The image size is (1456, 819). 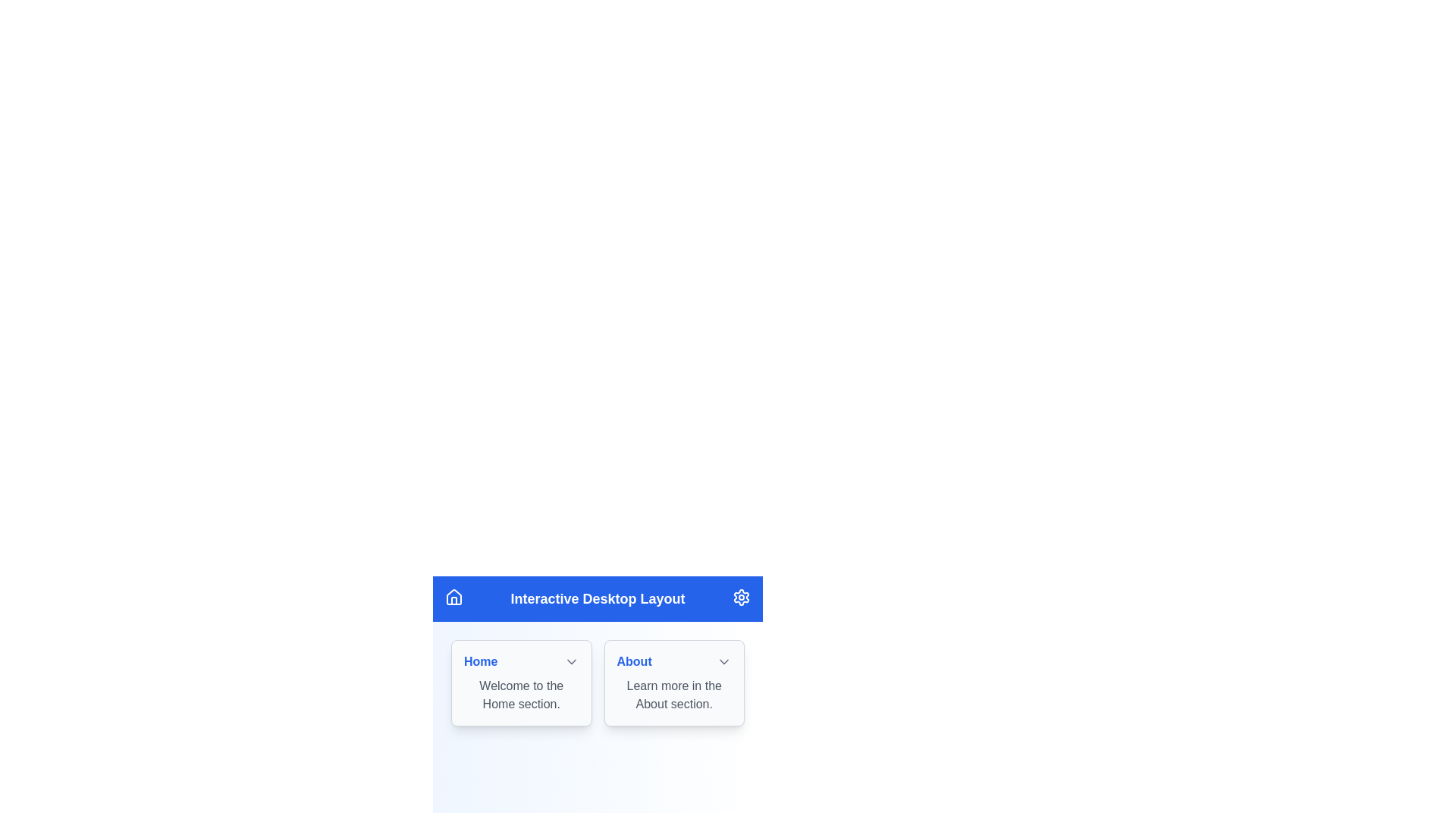 I want to click on the 'About' card, which is the second card in a grid layout, featuring a light gray background, a bold blue header, and descriptive text, so click(x=673, y=683).